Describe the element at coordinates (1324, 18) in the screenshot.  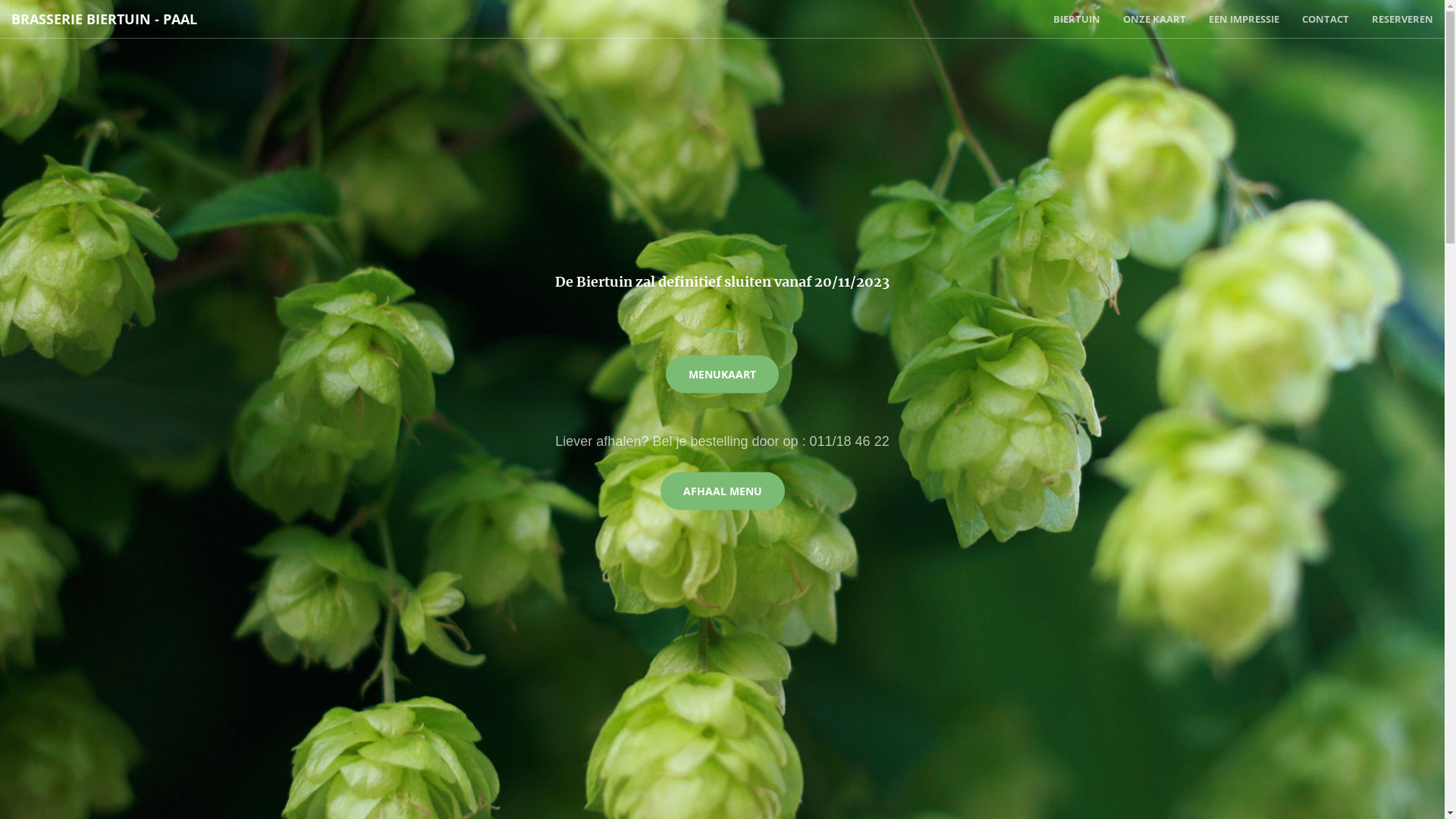
I see `'CONTACT'` at that location.